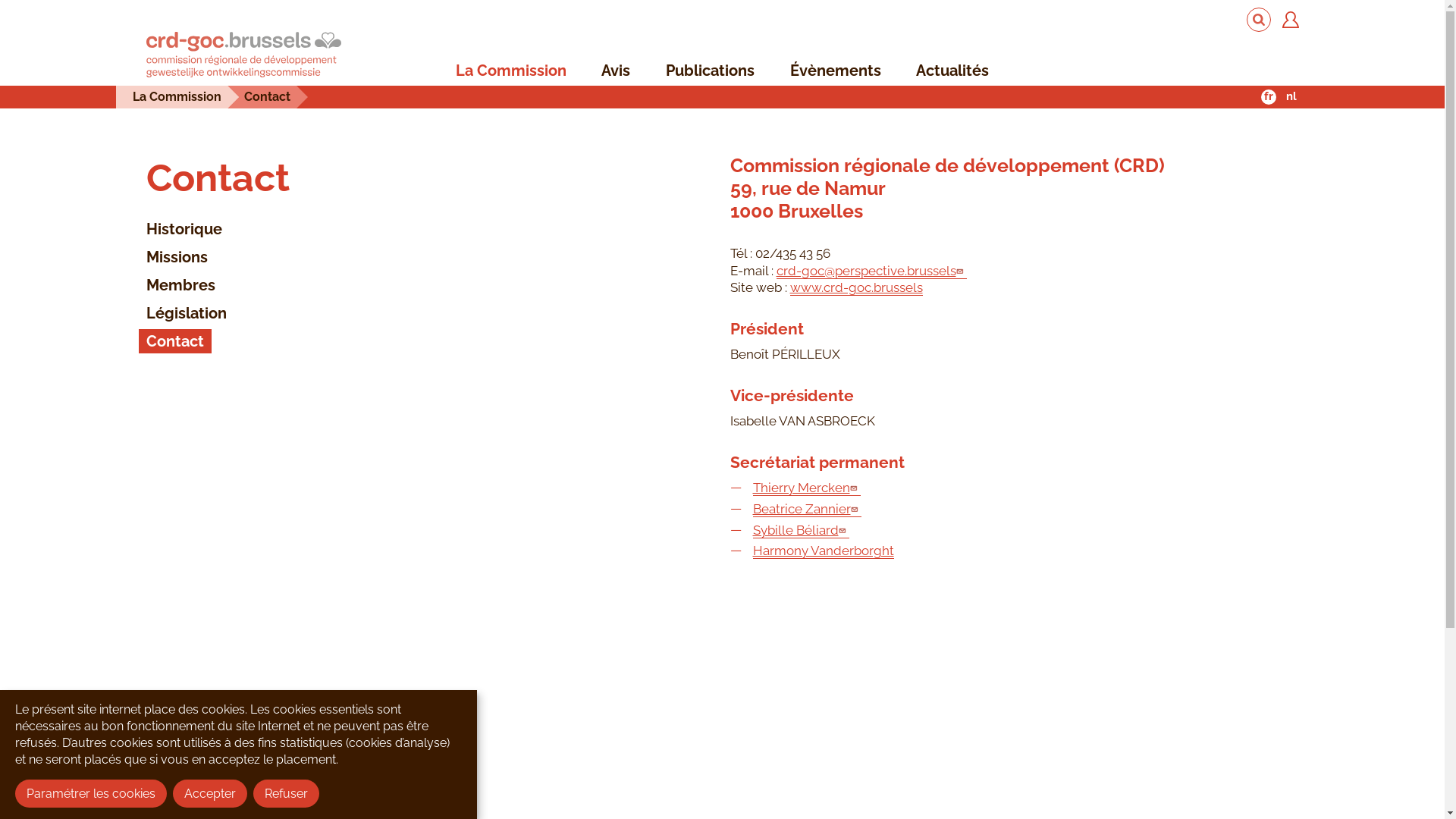  I want to click on 'Historique', so click(146, 228).